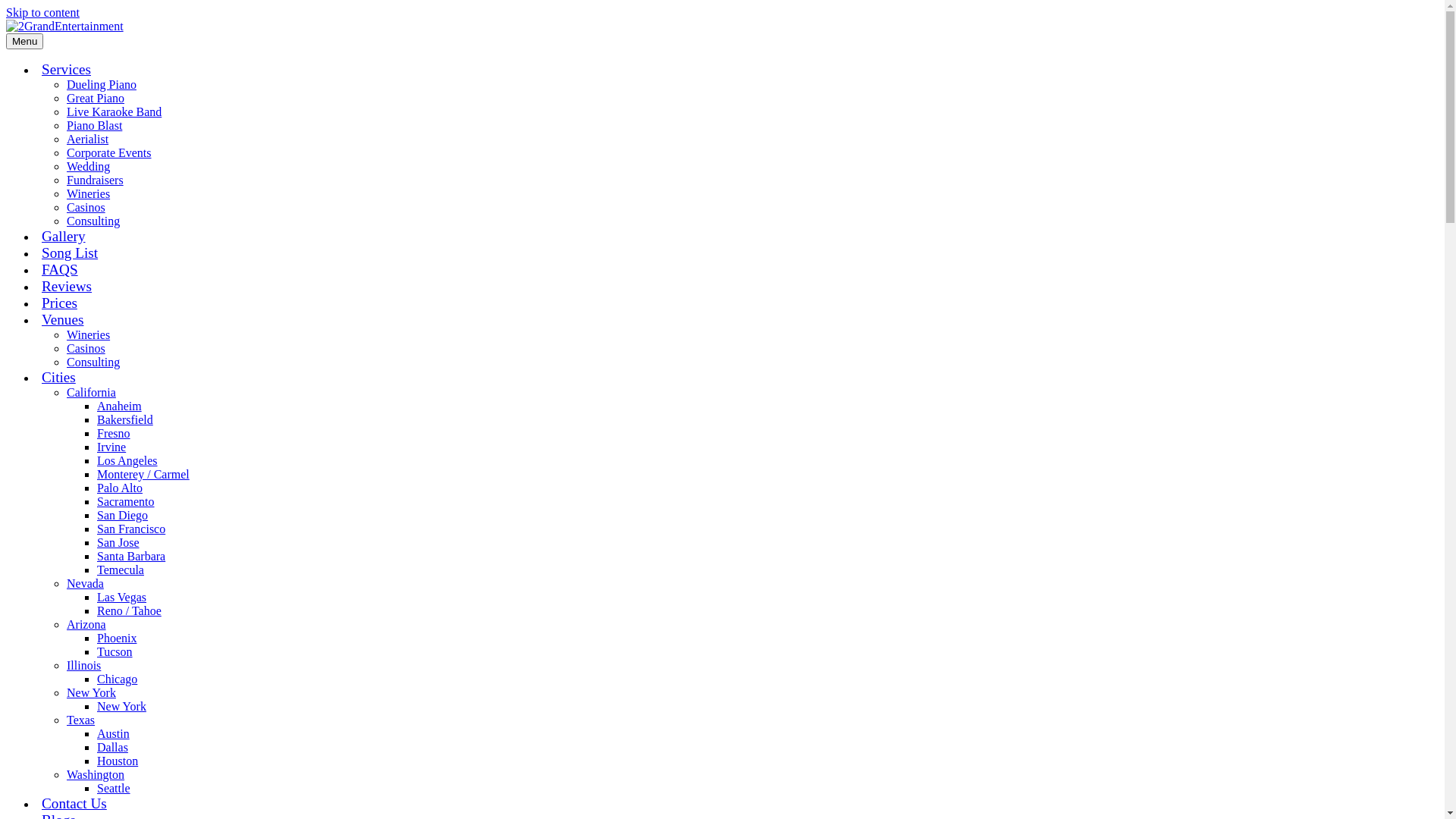  Describe the element at coordinates (85, 207) in the screenshot. I see `'Casinos'` at that location.